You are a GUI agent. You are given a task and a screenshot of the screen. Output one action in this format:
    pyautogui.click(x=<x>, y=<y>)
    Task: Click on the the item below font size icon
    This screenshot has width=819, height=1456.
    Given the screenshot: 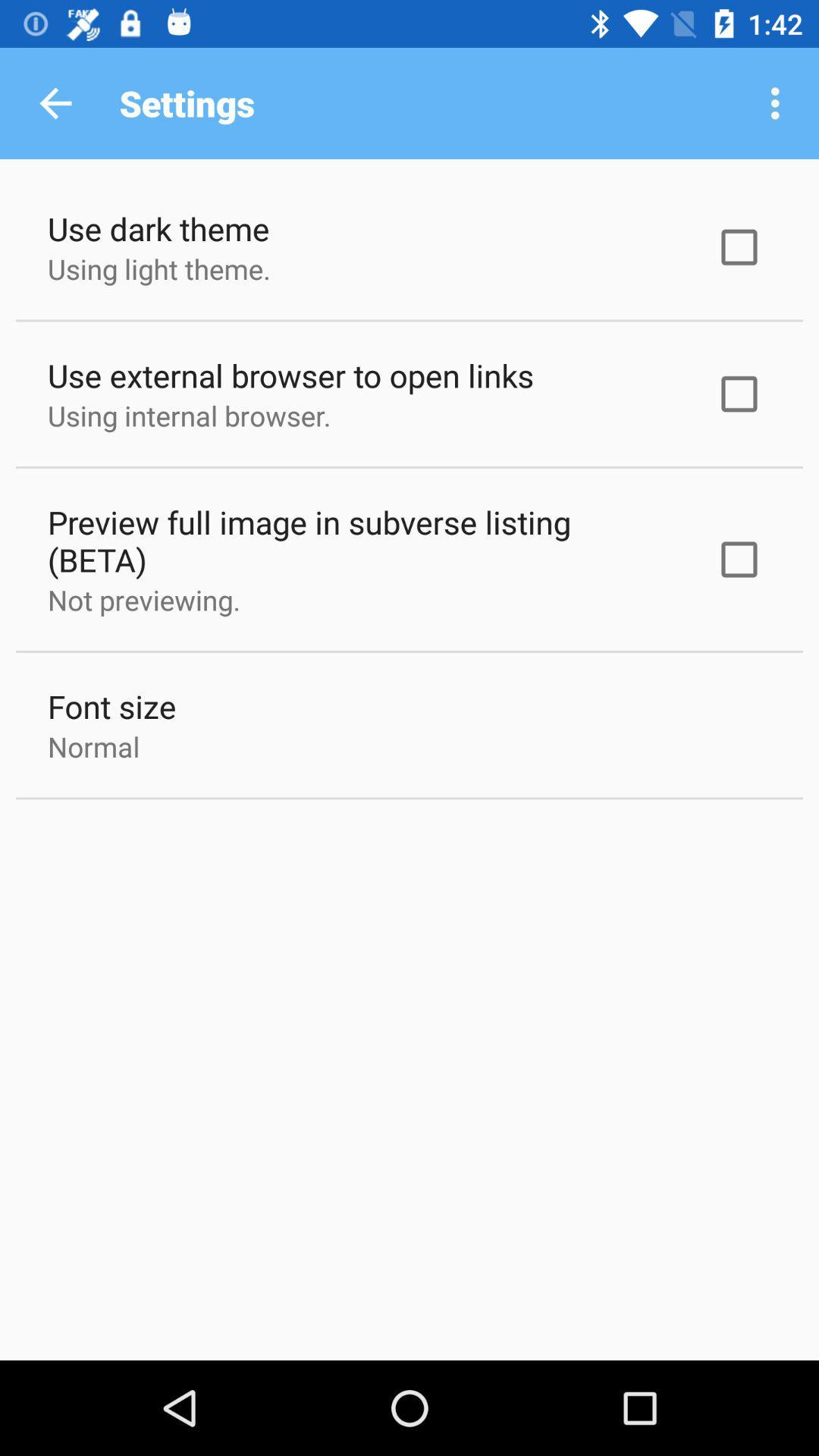 What is the action you would take?
    pyautogui.click(x=93, y=746)
    